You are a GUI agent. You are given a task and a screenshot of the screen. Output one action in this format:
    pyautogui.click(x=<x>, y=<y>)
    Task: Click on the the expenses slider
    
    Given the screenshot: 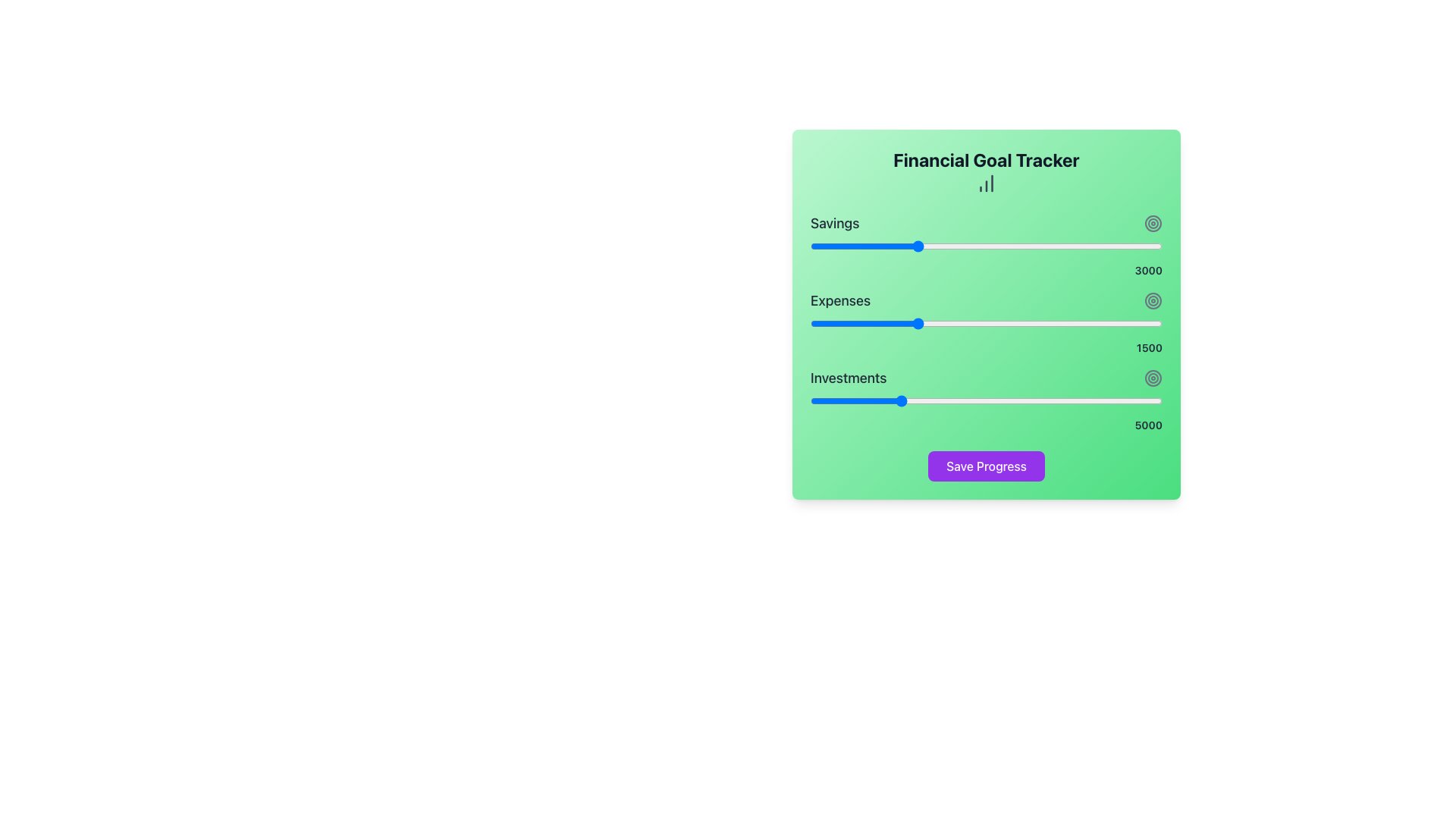 What is the action you would take?
    pyautogui.click(x=1151, y=323)
    